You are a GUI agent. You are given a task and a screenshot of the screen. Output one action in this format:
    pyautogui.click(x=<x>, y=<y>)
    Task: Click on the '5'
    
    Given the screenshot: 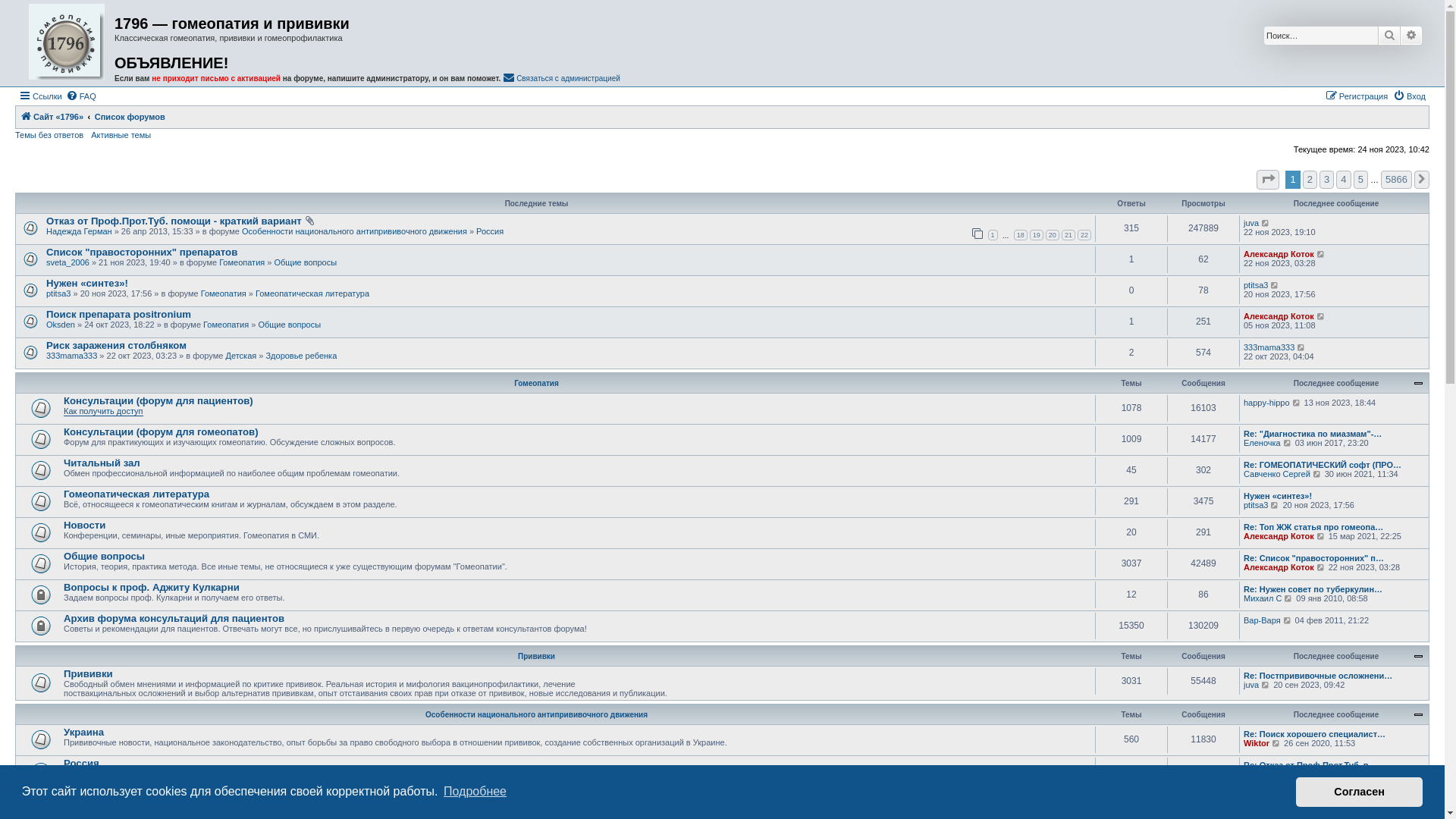 What is the action you would take?
    pyautogui.click(x=1360, y=178)
    